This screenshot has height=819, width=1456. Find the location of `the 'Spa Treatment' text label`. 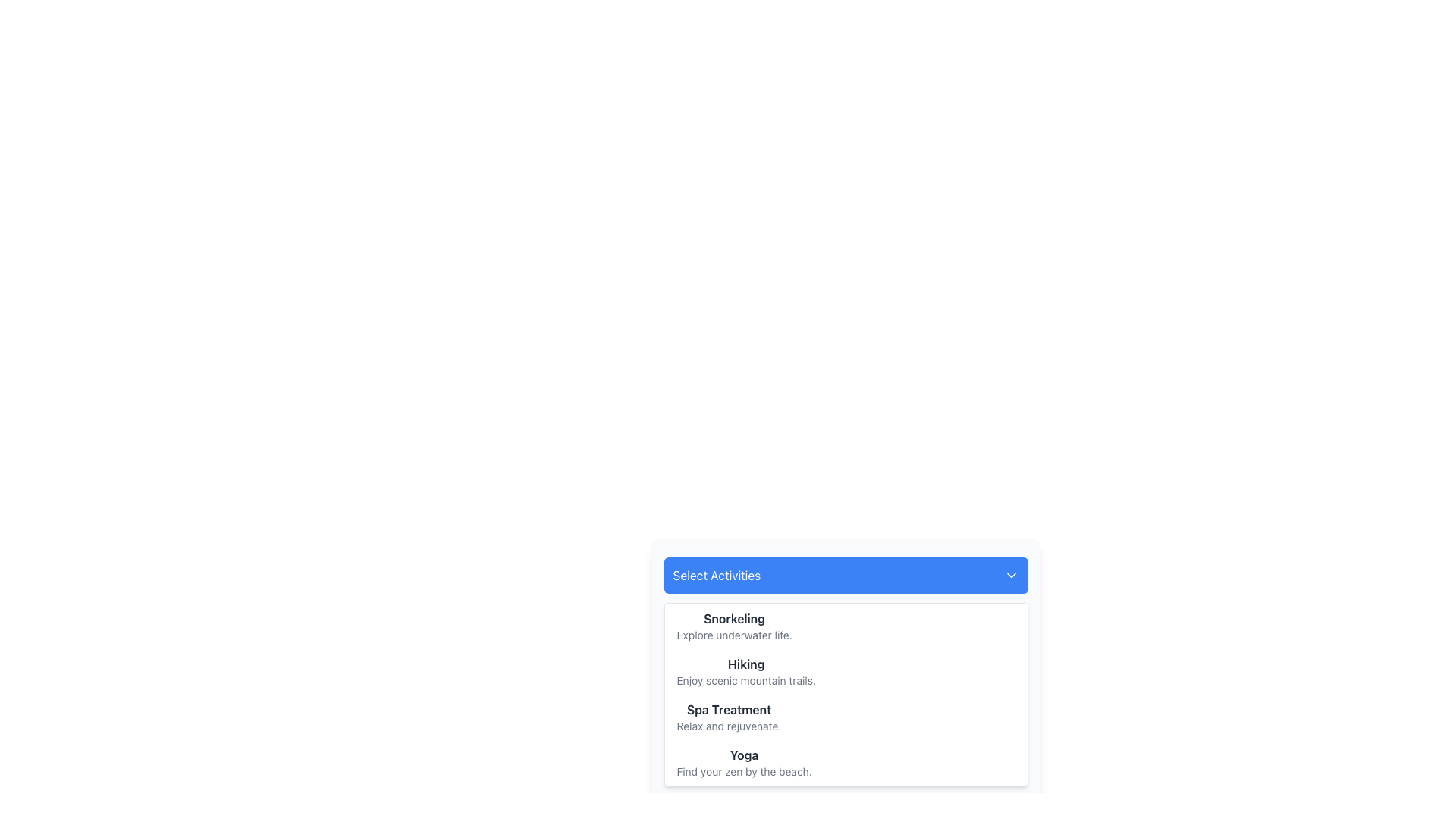

the 'Spa Treatment' text label is located at coordinates (729, 710).